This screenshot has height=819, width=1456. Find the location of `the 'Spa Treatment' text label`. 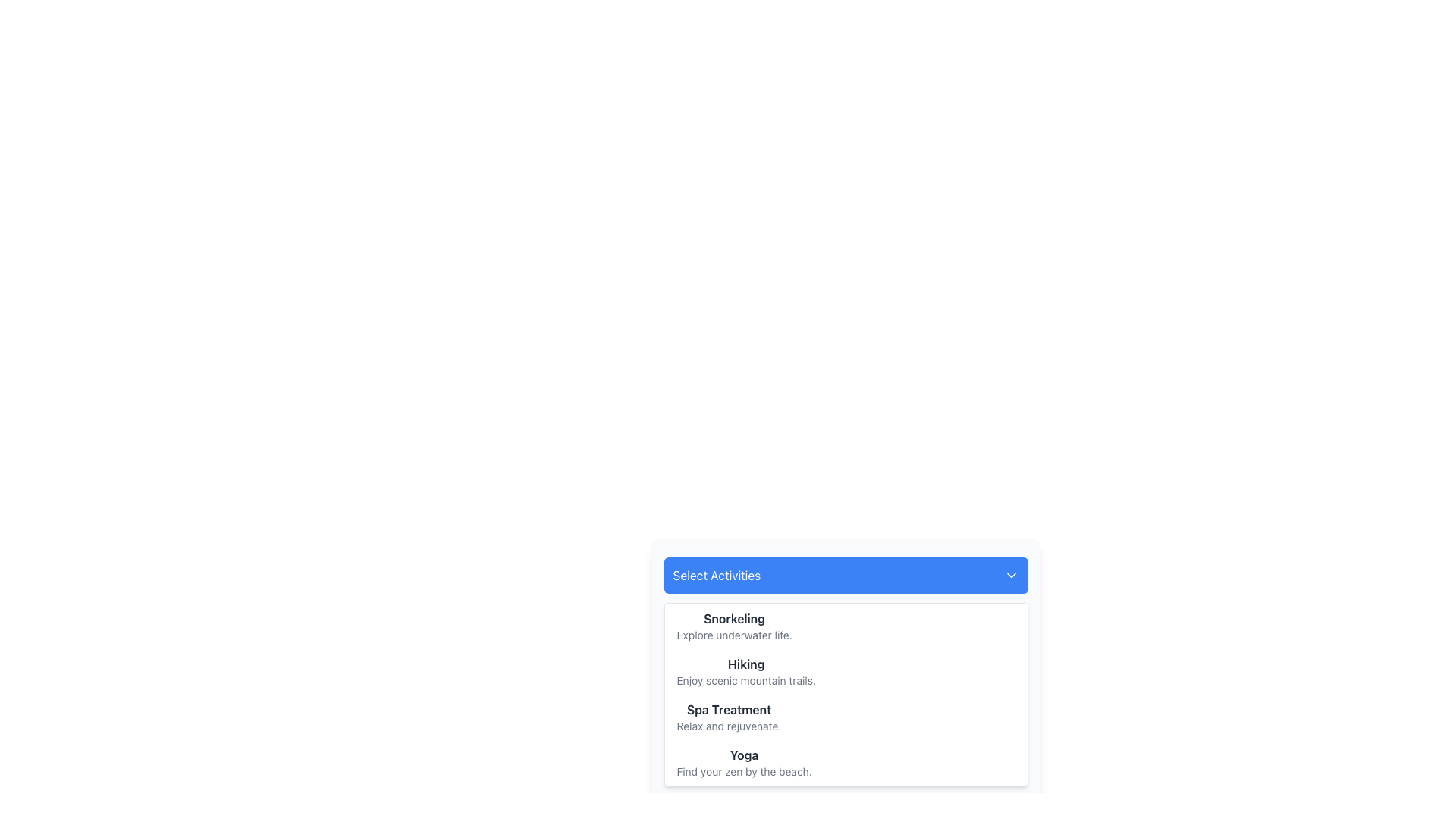

the 'Spa Treatment' text label is located at coordinates (729, 710).